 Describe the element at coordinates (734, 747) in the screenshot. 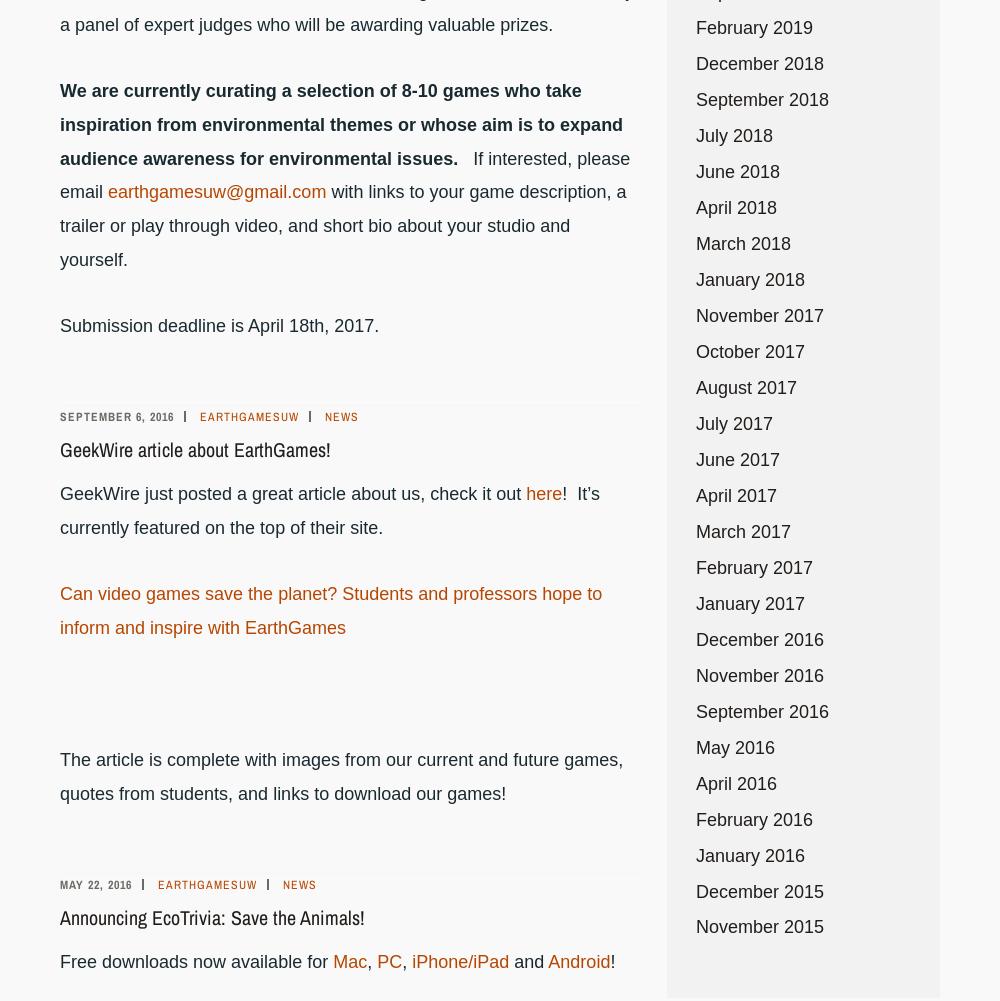

I see `'May 2016'` at that location.